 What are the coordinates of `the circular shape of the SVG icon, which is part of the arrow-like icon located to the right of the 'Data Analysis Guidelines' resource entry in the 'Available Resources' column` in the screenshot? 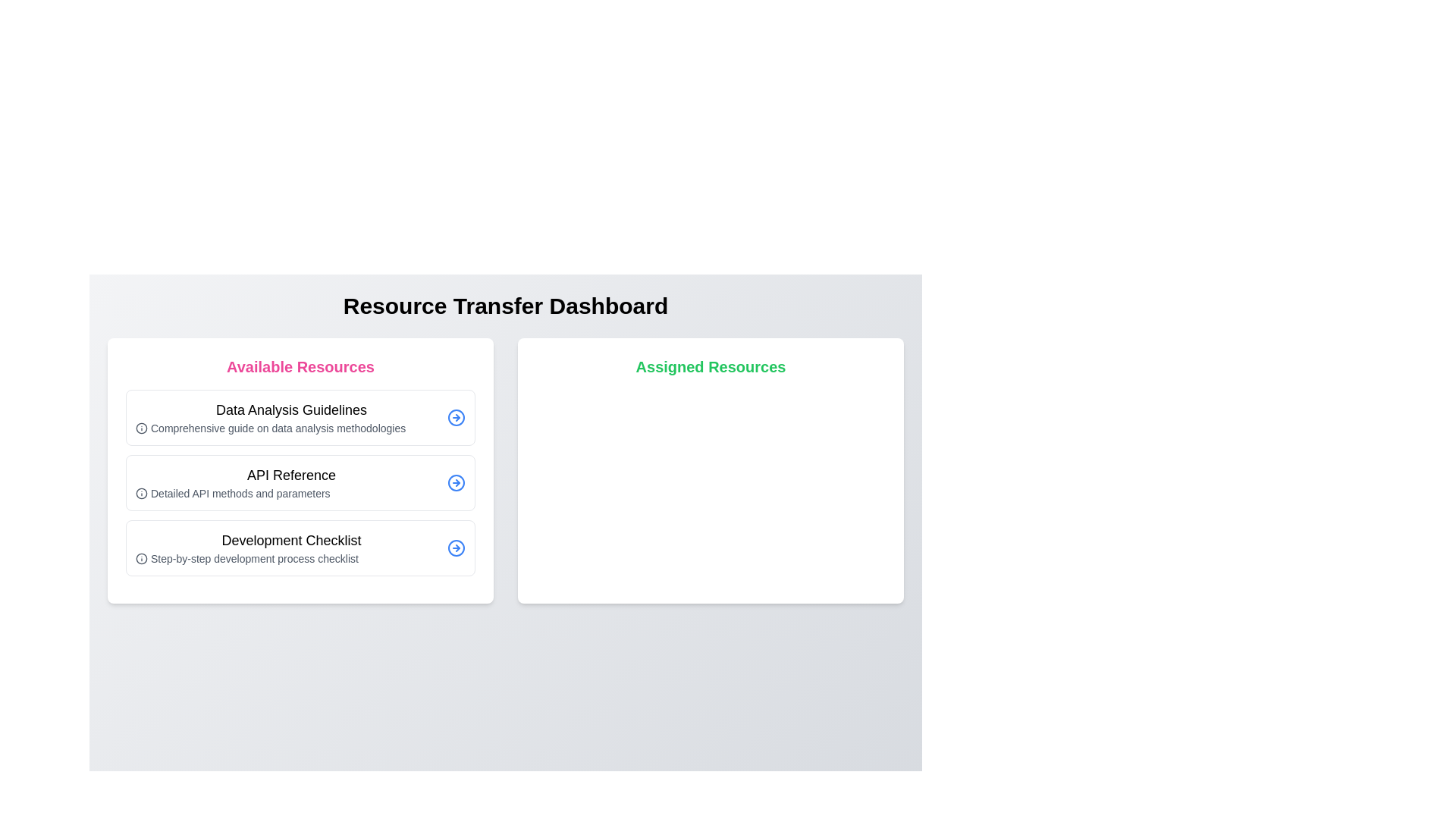 It's located at (455, 418).